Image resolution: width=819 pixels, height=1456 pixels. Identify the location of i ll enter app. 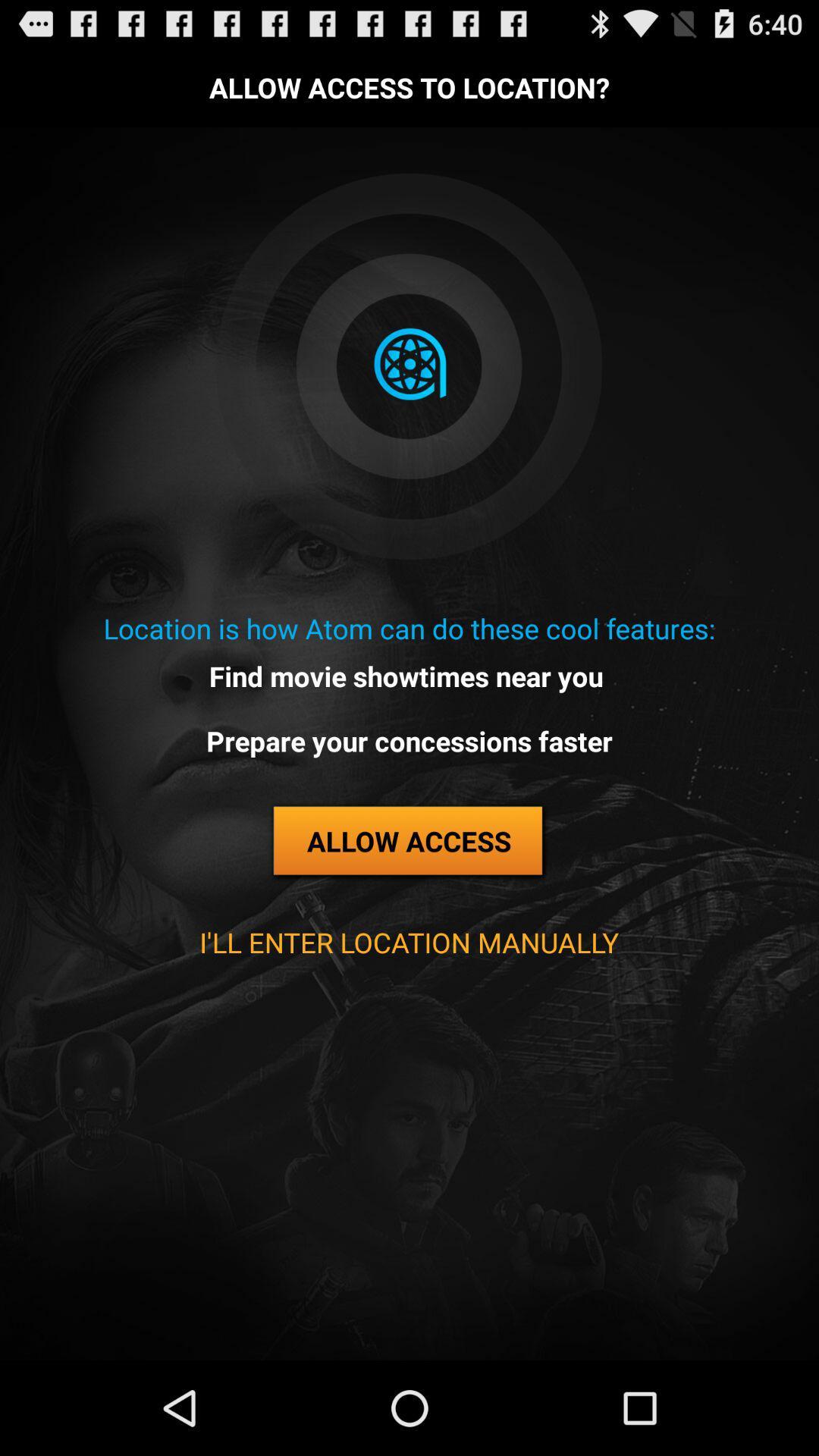
(408, 941).